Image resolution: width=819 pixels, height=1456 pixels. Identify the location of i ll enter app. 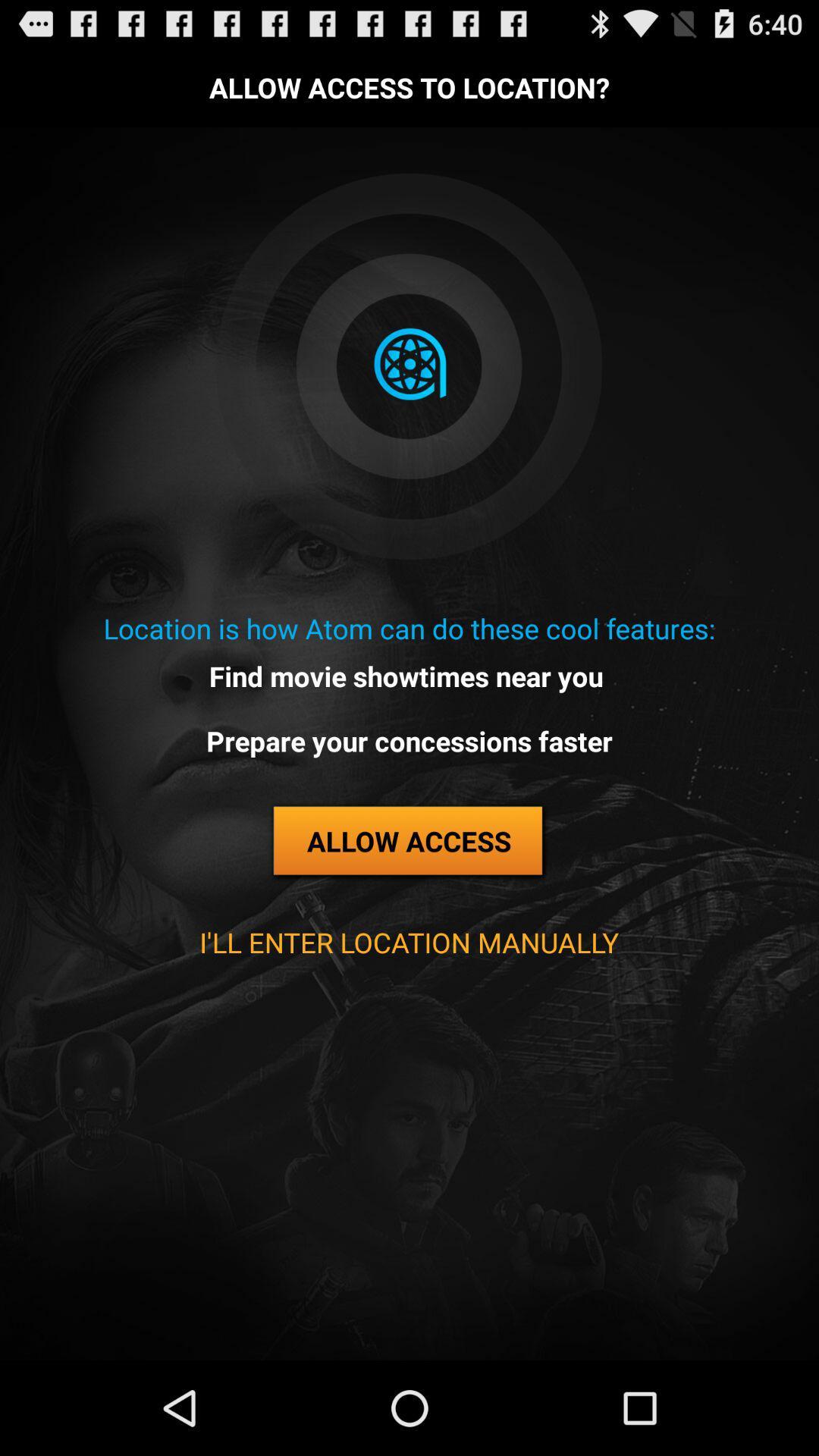
(408, 941).